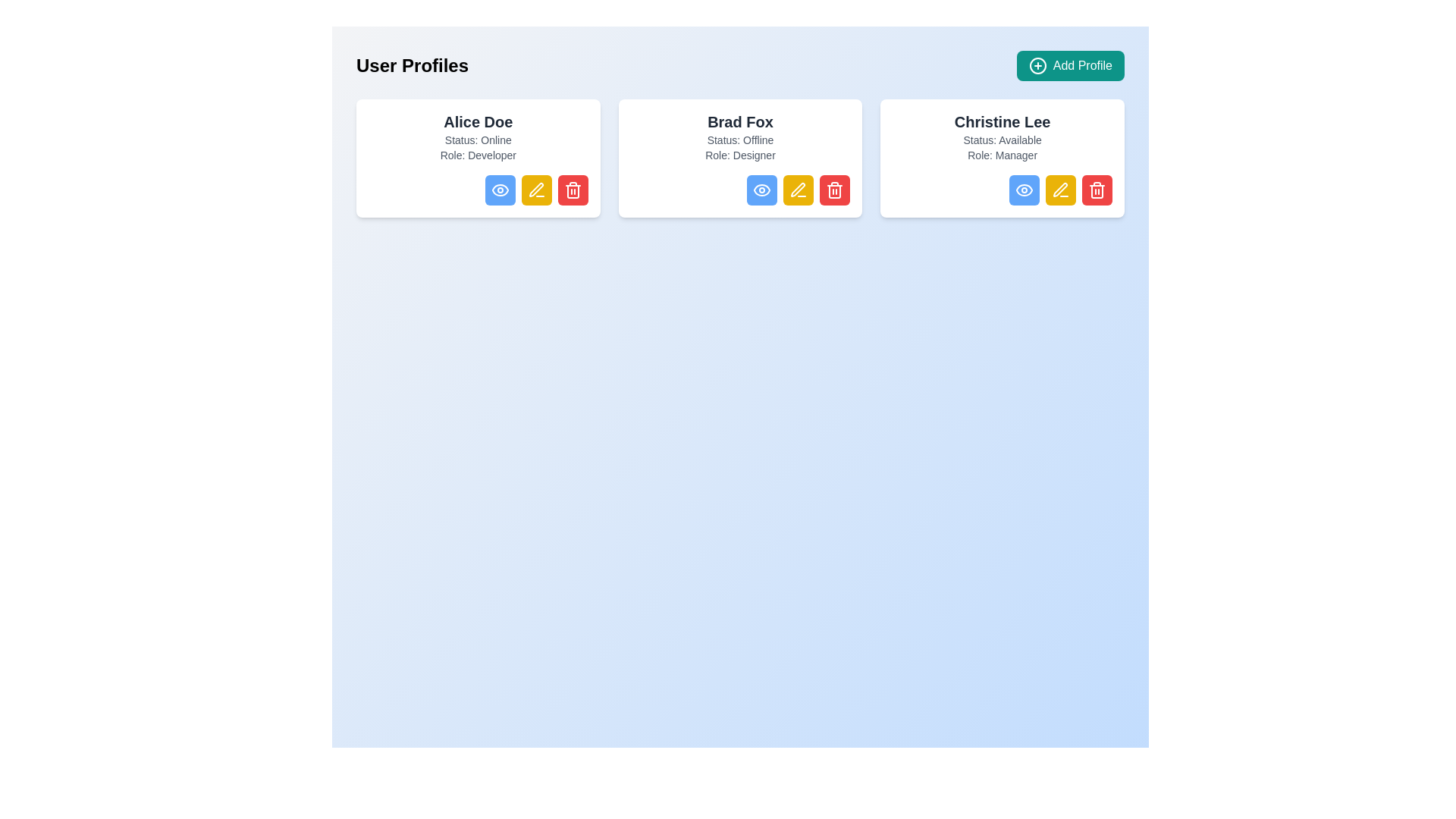 This screenshot has width=1456, height=819. What do you see at coordinates (1024, 189) in the screenshot?
I see `the first button in the horizontal set of three buttons at the bottom-right corner of the card for 'Christine Lee'` at bounding box center [1024, 189].